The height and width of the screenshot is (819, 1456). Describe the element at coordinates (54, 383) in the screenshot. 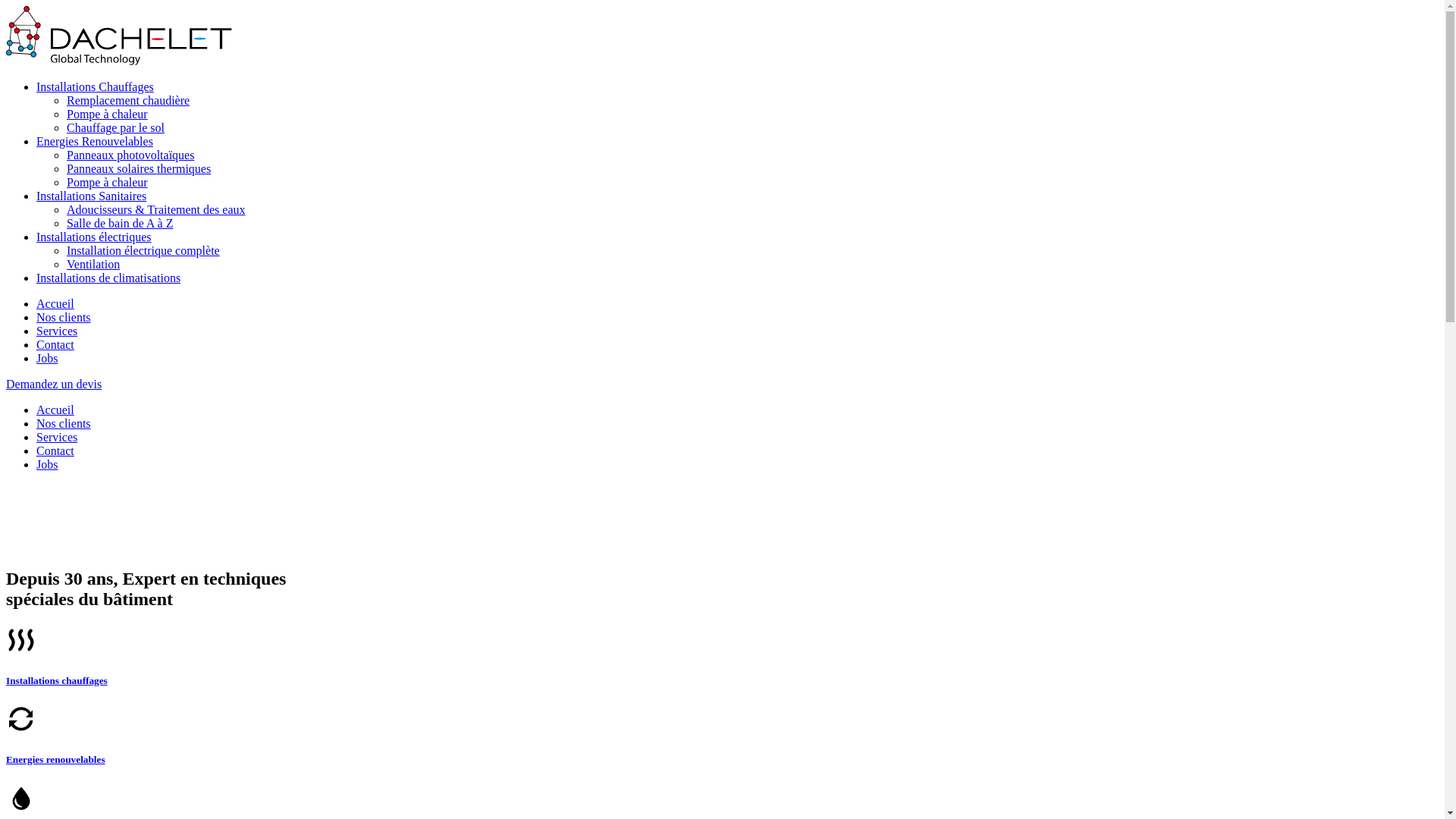

I see `'Demandez un devis'` at that location.